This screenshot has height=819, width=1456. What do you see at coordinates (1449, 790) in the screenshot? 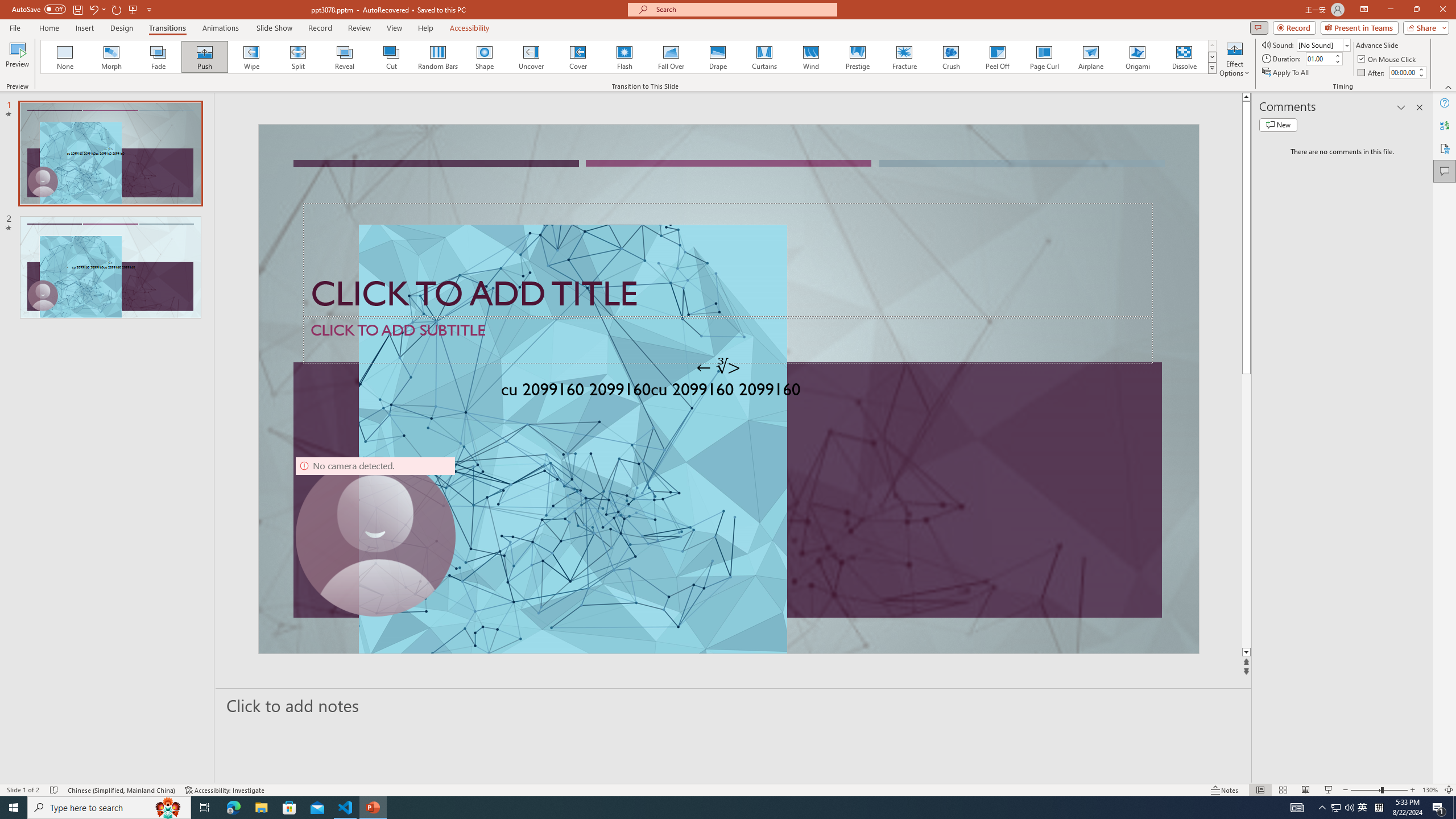
I see `'Zoom to Fit '` at bounding box center [1449, 790].